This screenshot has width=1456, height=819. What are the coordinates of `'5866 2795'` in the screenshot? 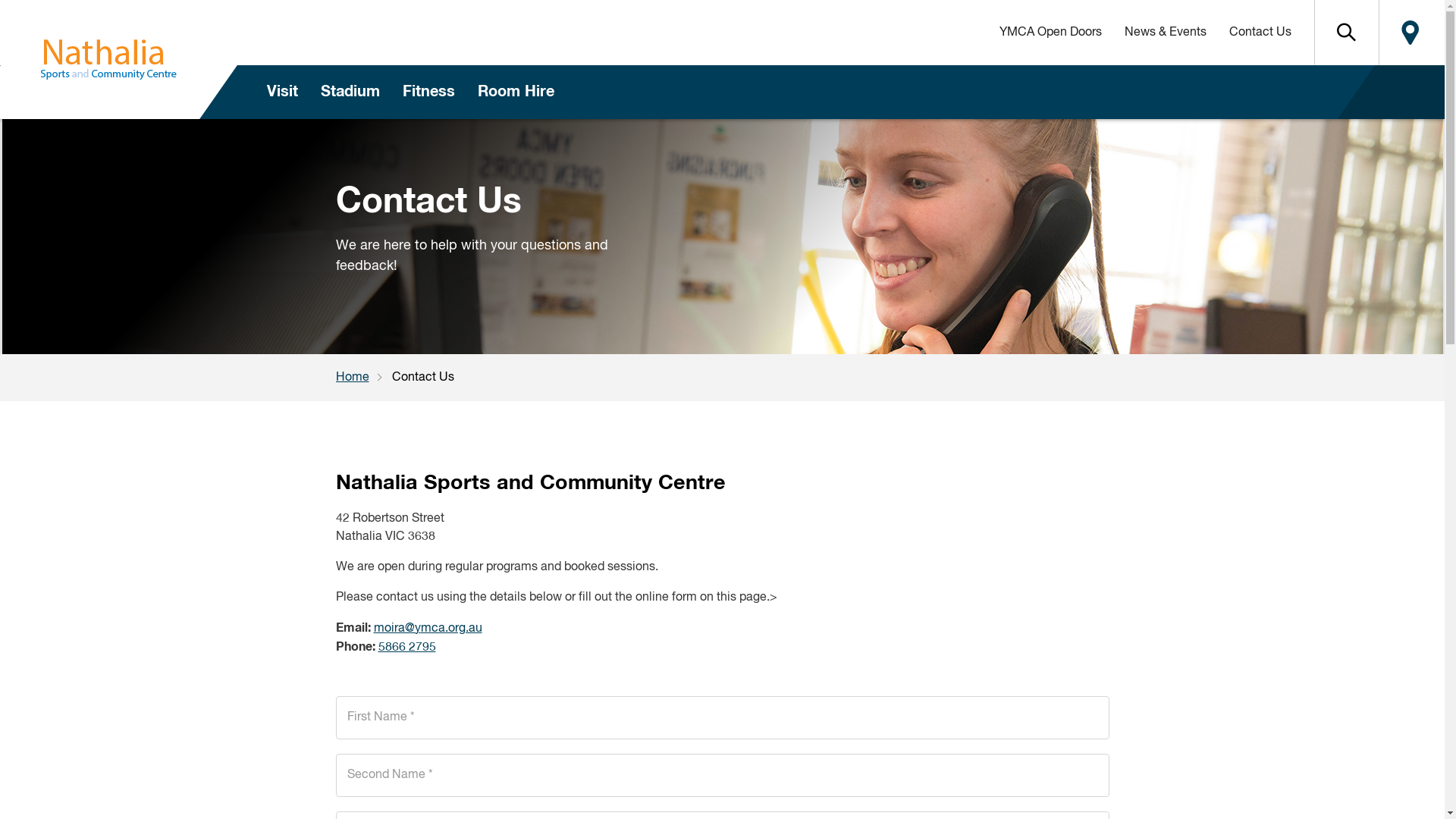 It's located at (406, 647).